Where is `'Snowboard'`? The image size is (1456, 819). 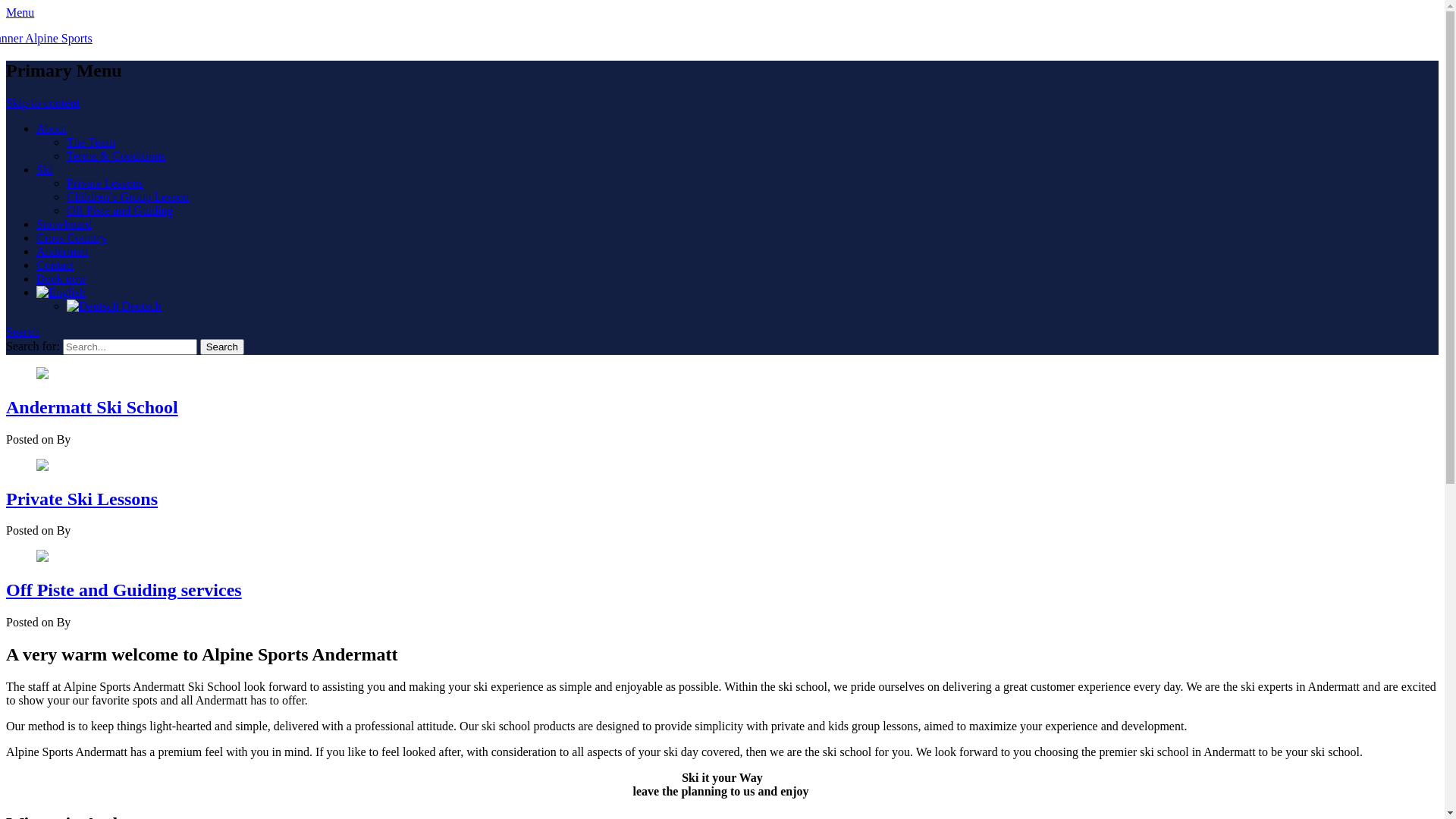 'Snowboard' is located at coordinates (63, 224).